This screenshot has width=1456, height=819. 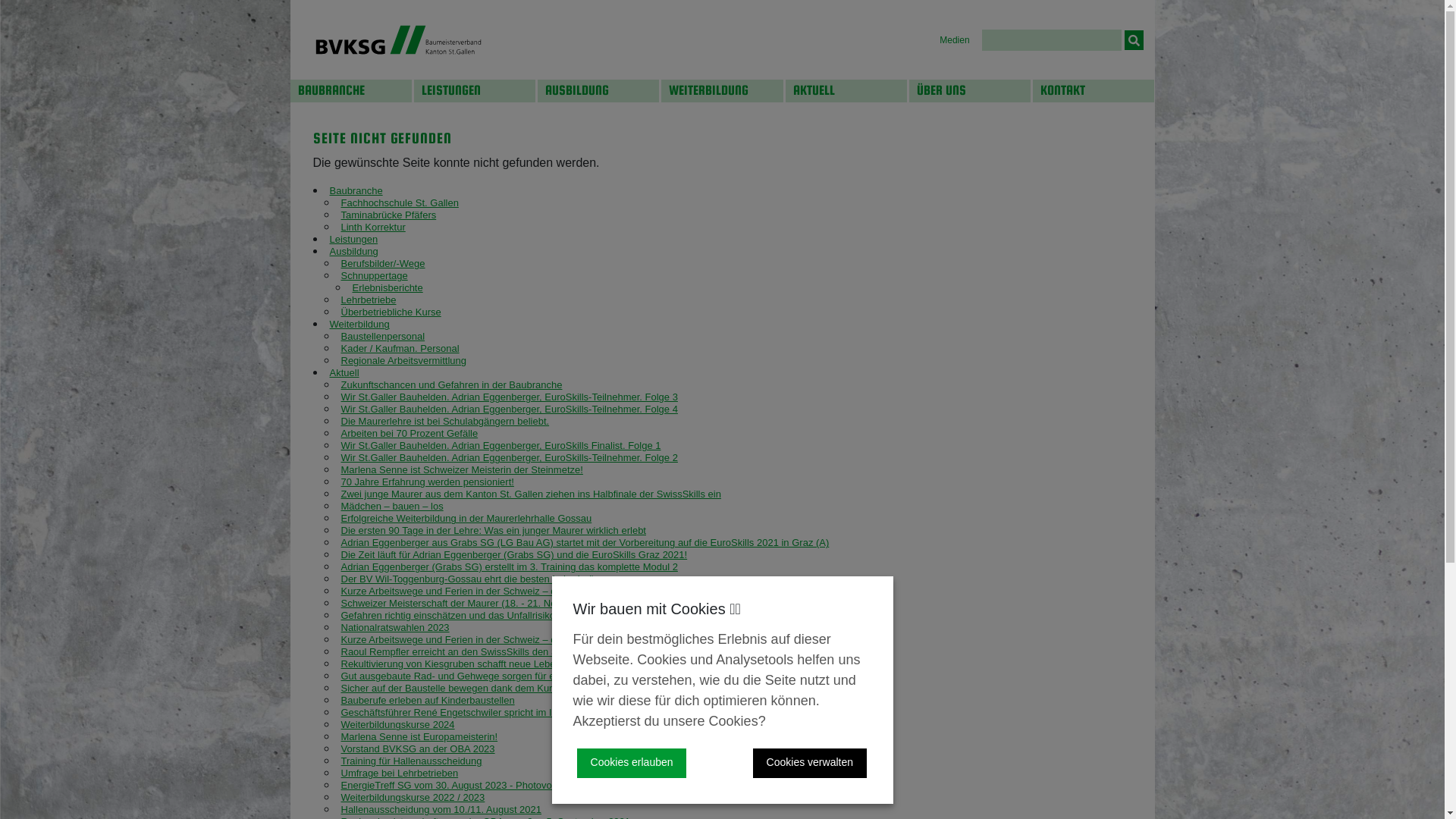 What do you see at coordinates (358, 323) in the screenshot?
I see `'Weiterbildung'` at bounding box center [358, 323].